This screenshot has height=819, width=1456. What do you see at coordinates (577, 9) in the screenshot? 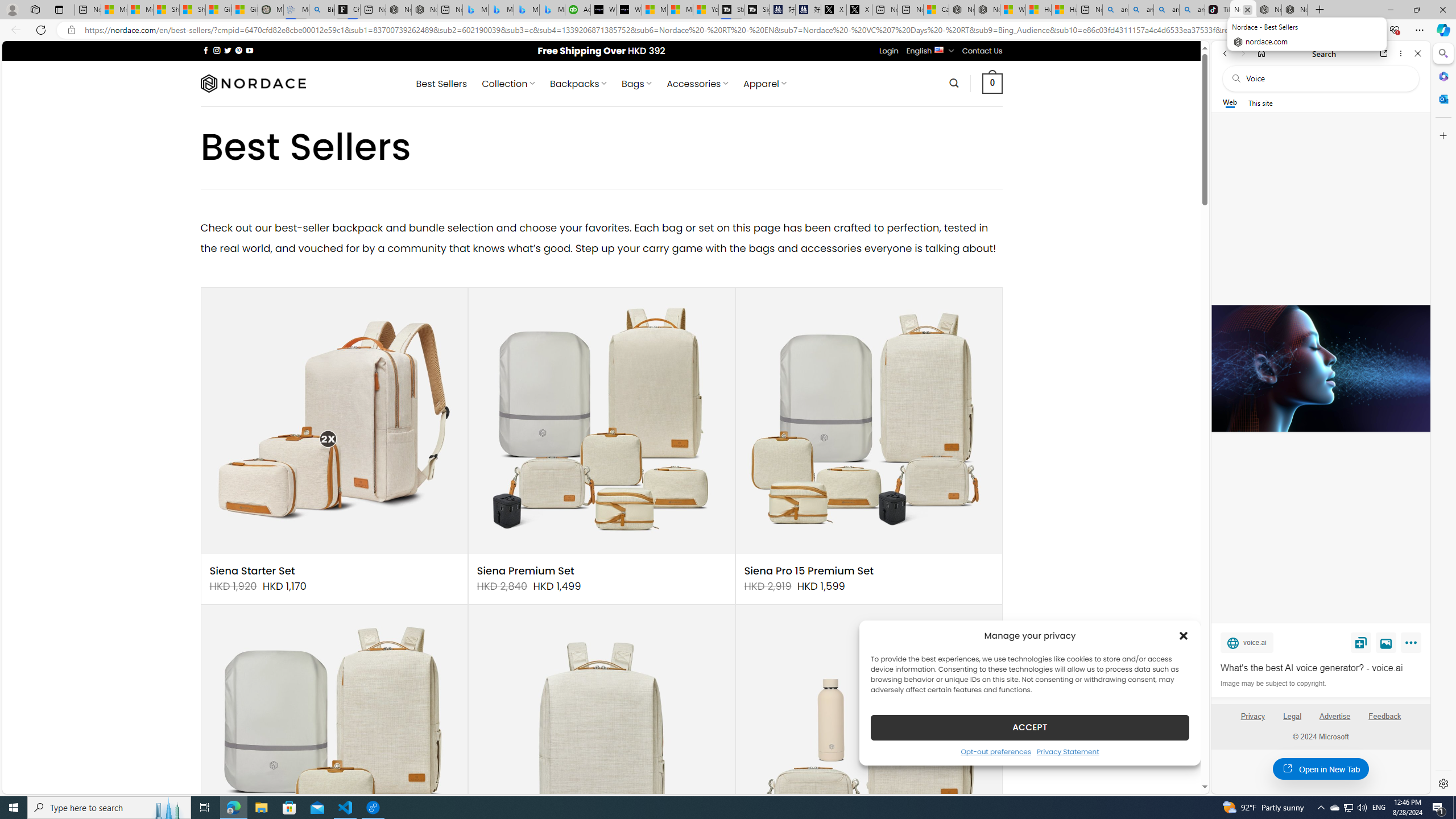
I see `'Accounting Software for Accountants, CPAs and Bookkeepers'` at bounding box center [577, 9].